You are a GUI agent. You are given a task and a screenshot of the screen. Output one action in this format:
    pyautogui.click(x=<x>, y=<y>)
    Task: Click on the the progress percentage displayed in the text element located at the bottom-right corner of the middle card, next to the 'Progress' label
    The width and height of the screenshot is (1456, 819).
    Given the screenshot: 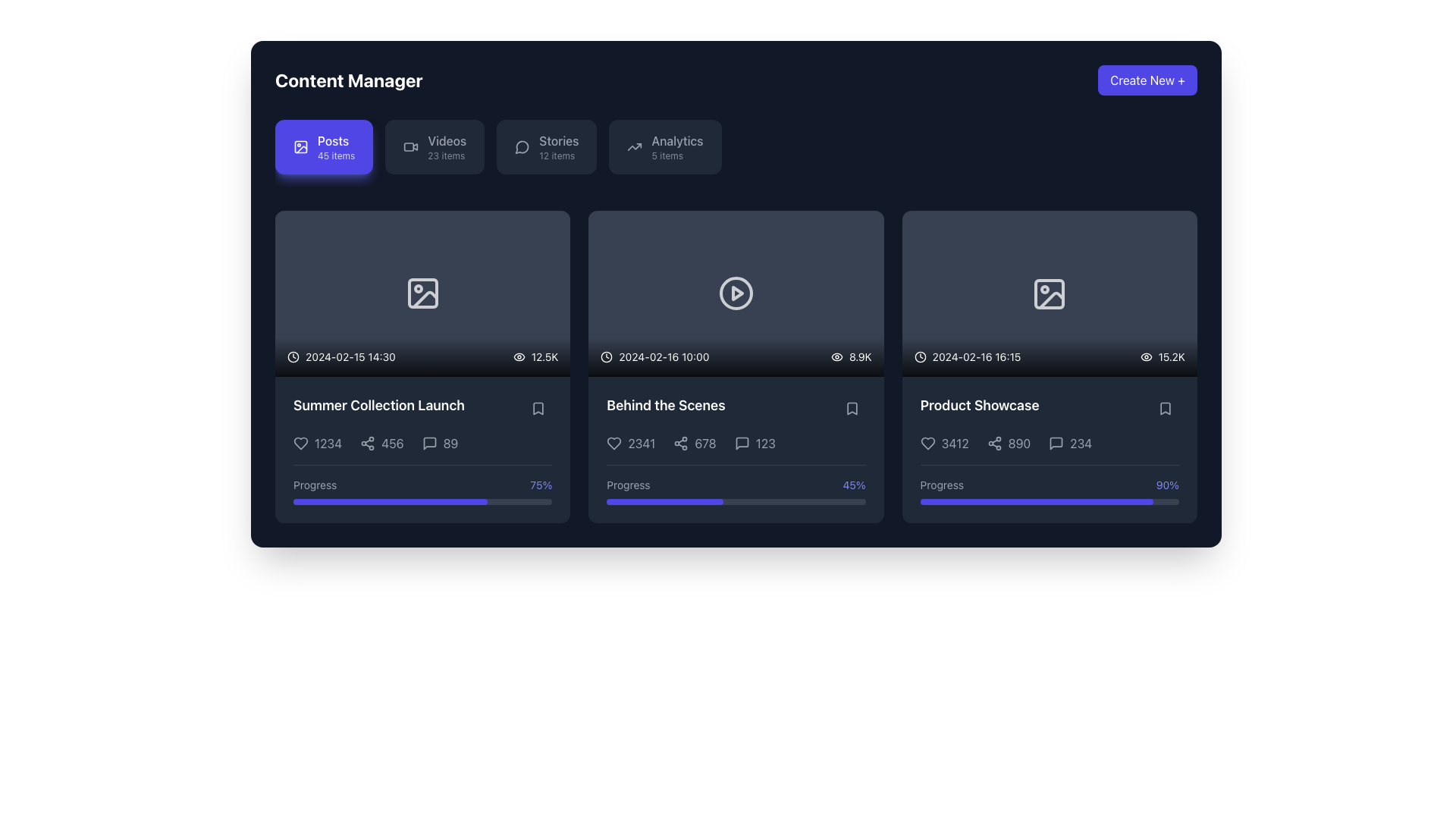 What is the action you would take?
    pyautogui.click(x=854, y=485)
    